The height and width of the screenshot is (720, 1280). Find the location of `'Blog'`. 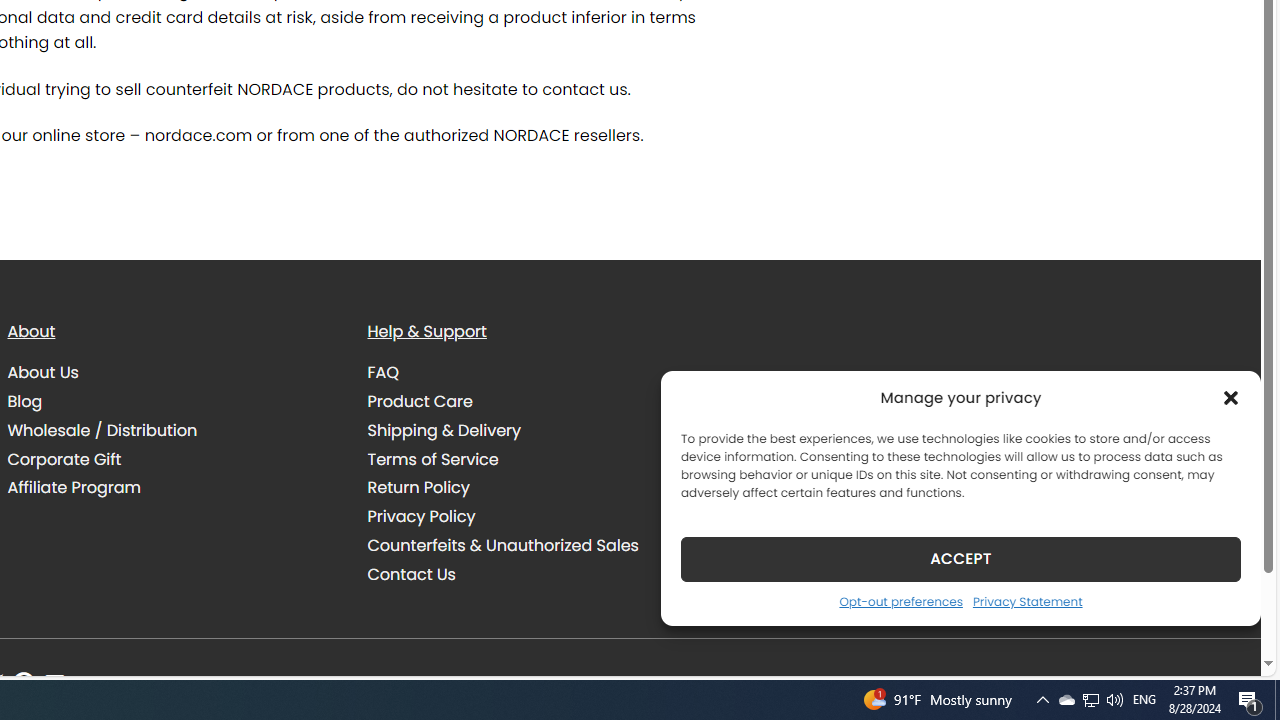

'Blog' is located at coordinates (24, 401).